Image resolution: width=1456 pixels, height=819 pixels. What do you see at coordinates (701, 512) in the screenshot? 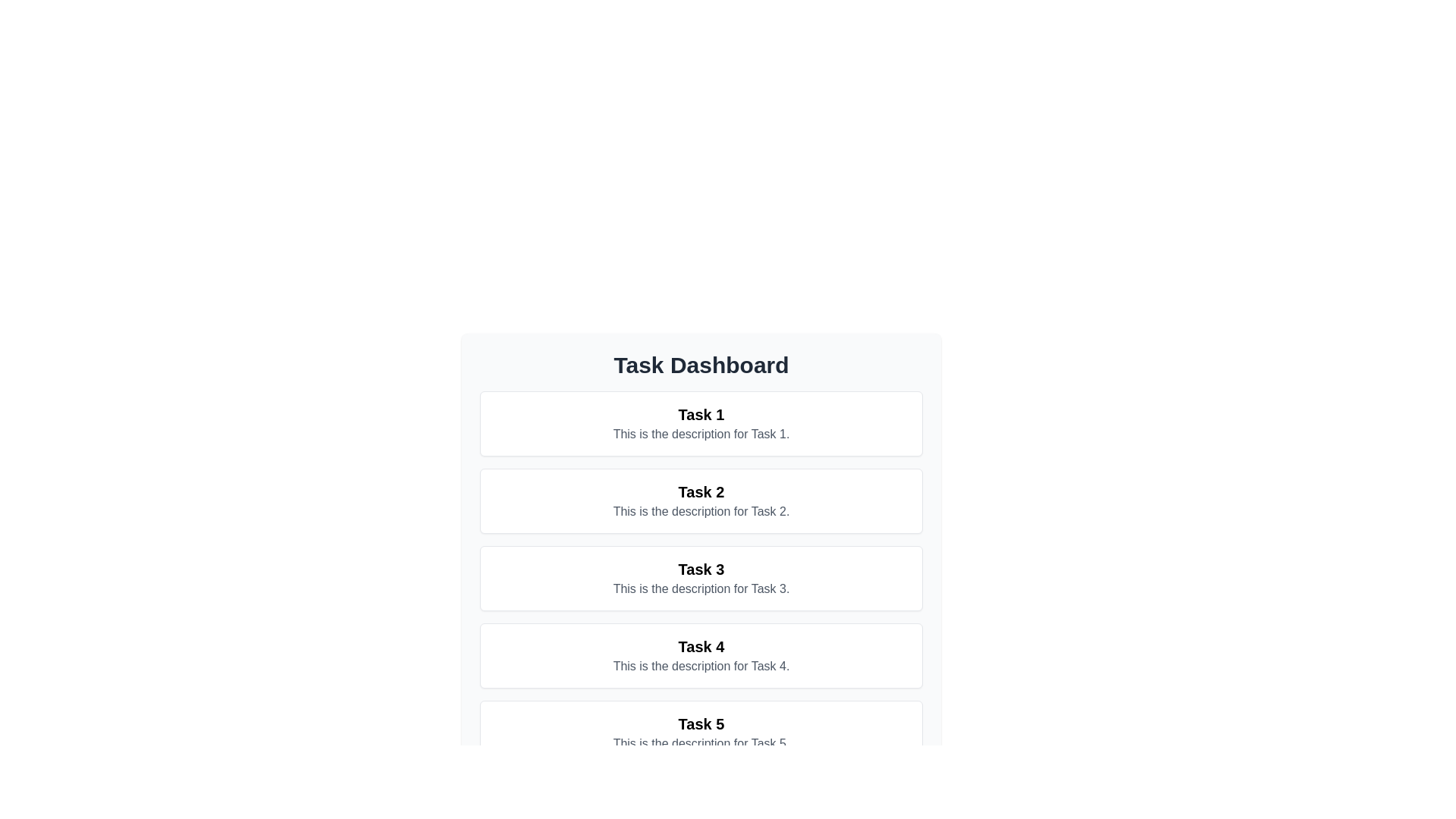
I see `the Text Label element that displays 'This is the description for Task 2.', located directly beneath the bold header 'Task 2'` at bounding box center [701, 512].